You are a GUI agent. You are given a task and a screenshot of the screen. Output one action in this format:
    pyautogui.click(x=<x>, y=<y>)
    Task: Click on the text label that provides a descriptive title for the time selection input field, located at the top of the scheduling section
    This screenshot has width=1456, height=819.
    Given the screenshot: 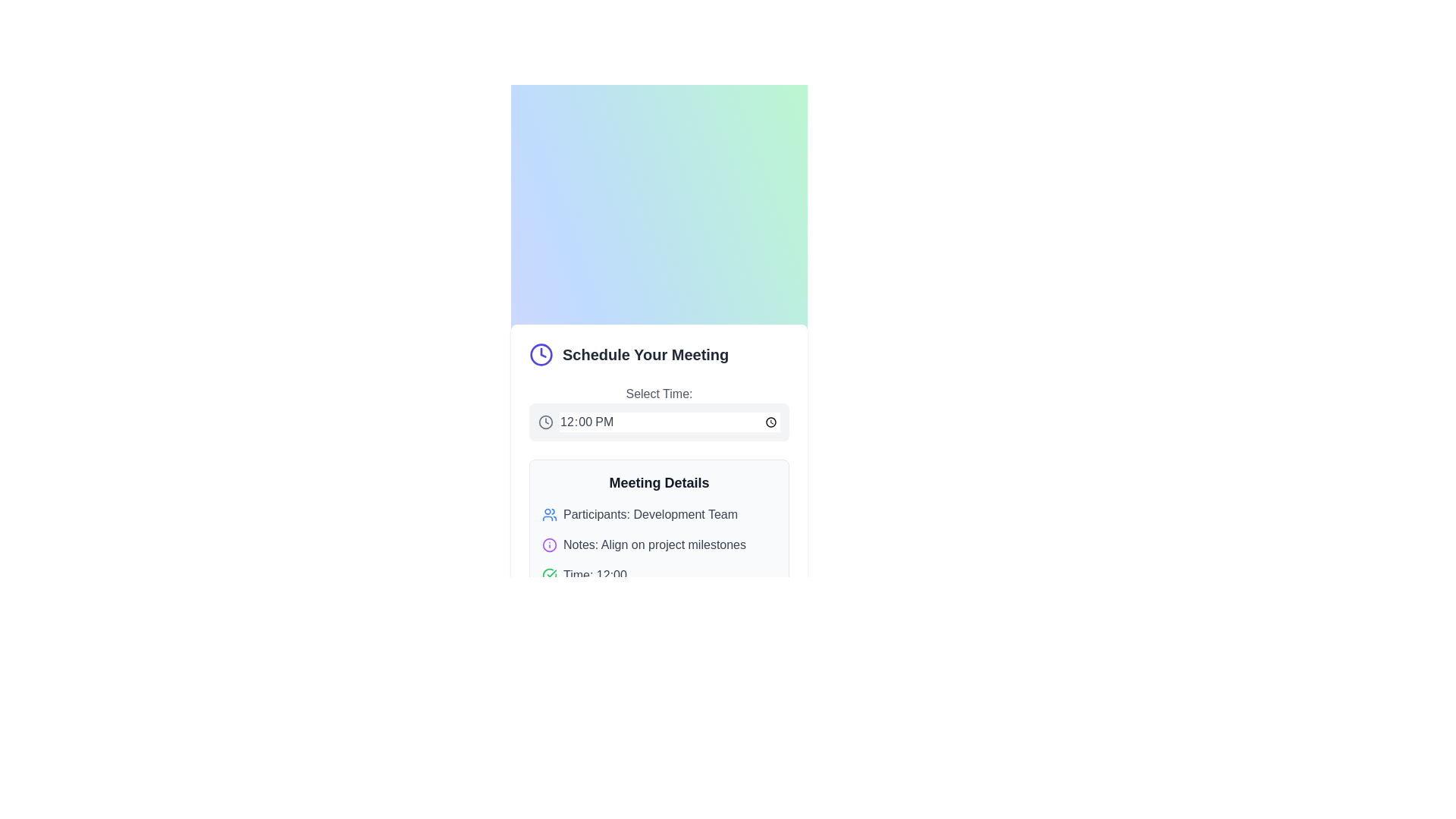 What is the action you would take?
    pyautogui.click(x=659, y=394)
    